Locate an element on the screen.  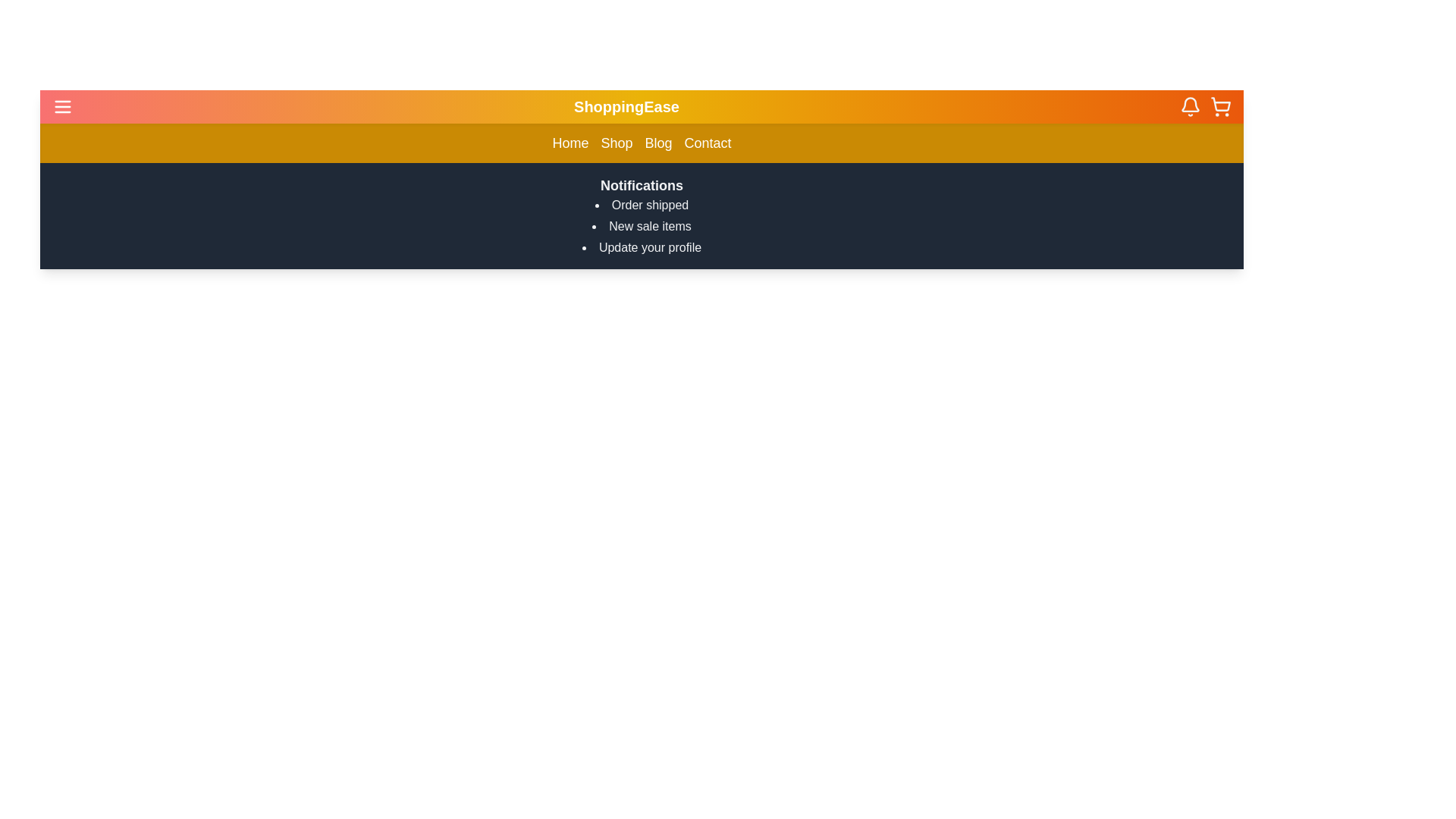
the bold 'Notifications' text label, which is prominently displayed in white on a dark gray background at the top of its section is located at coordinates (642, 185).